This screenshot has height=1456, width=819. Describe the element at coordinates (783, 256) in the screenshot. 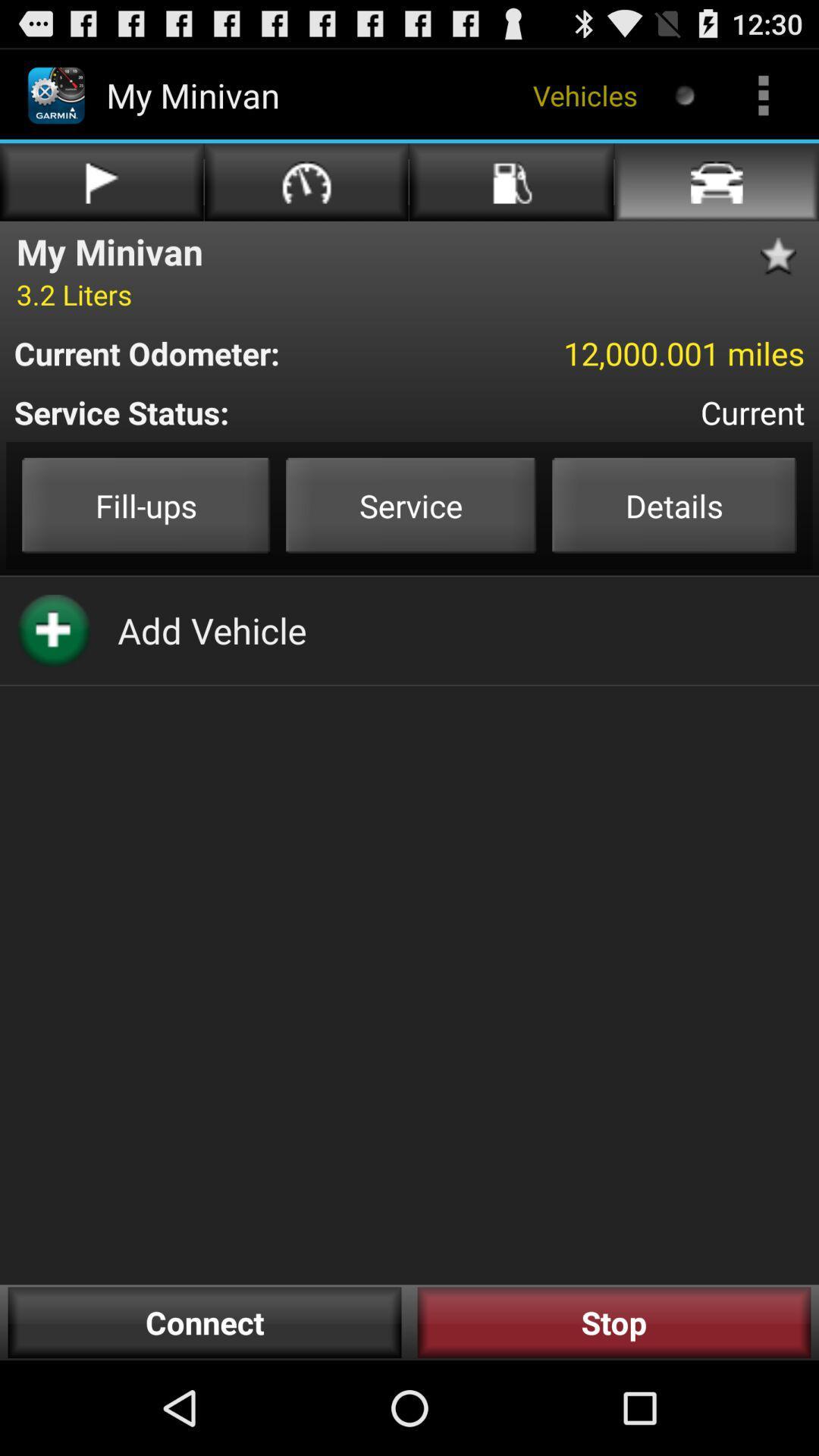

I see `star as favorite` at that location.